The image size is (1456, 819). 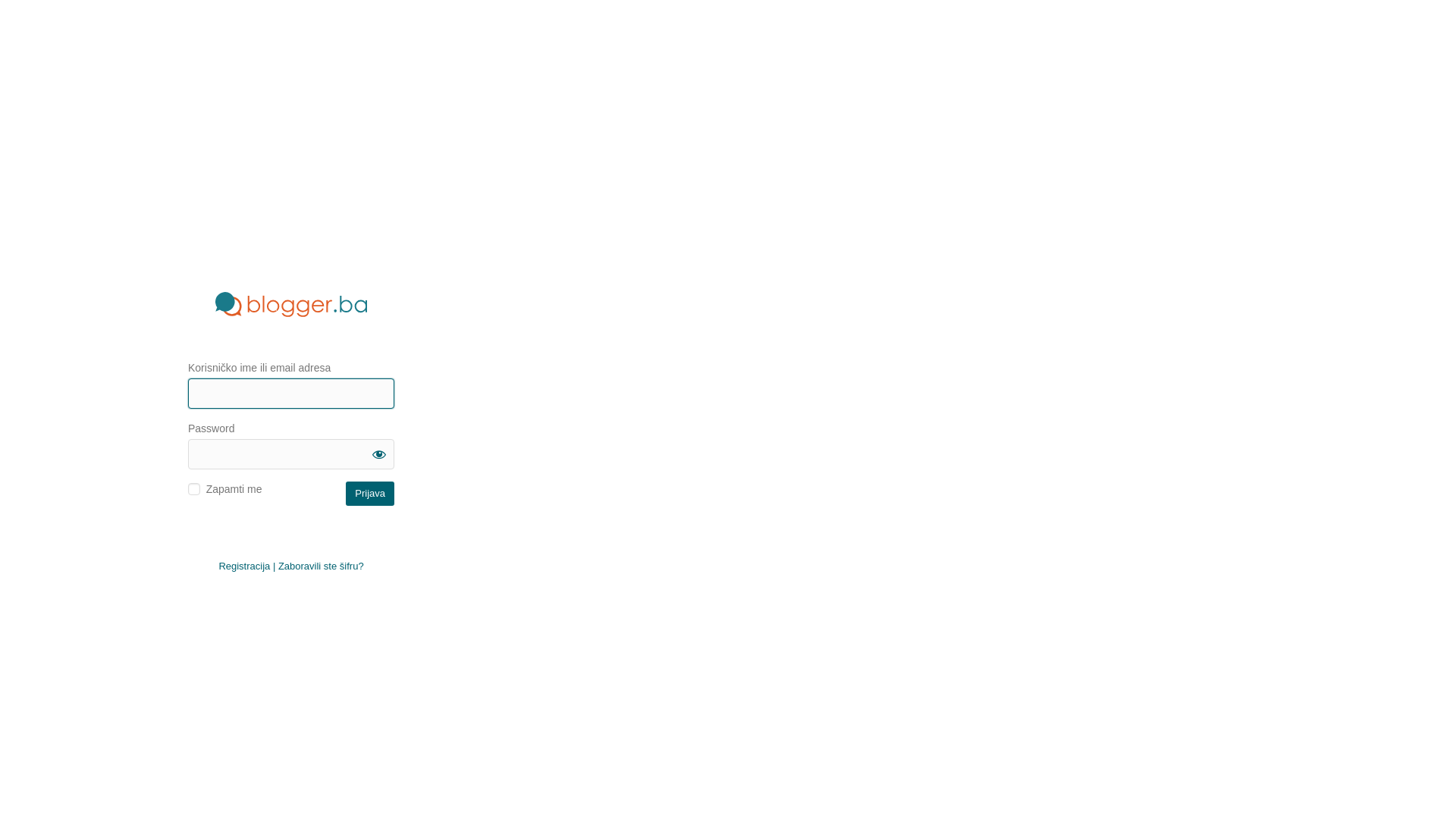 I want to click on 'Prijava', so click(x=345, y=494).